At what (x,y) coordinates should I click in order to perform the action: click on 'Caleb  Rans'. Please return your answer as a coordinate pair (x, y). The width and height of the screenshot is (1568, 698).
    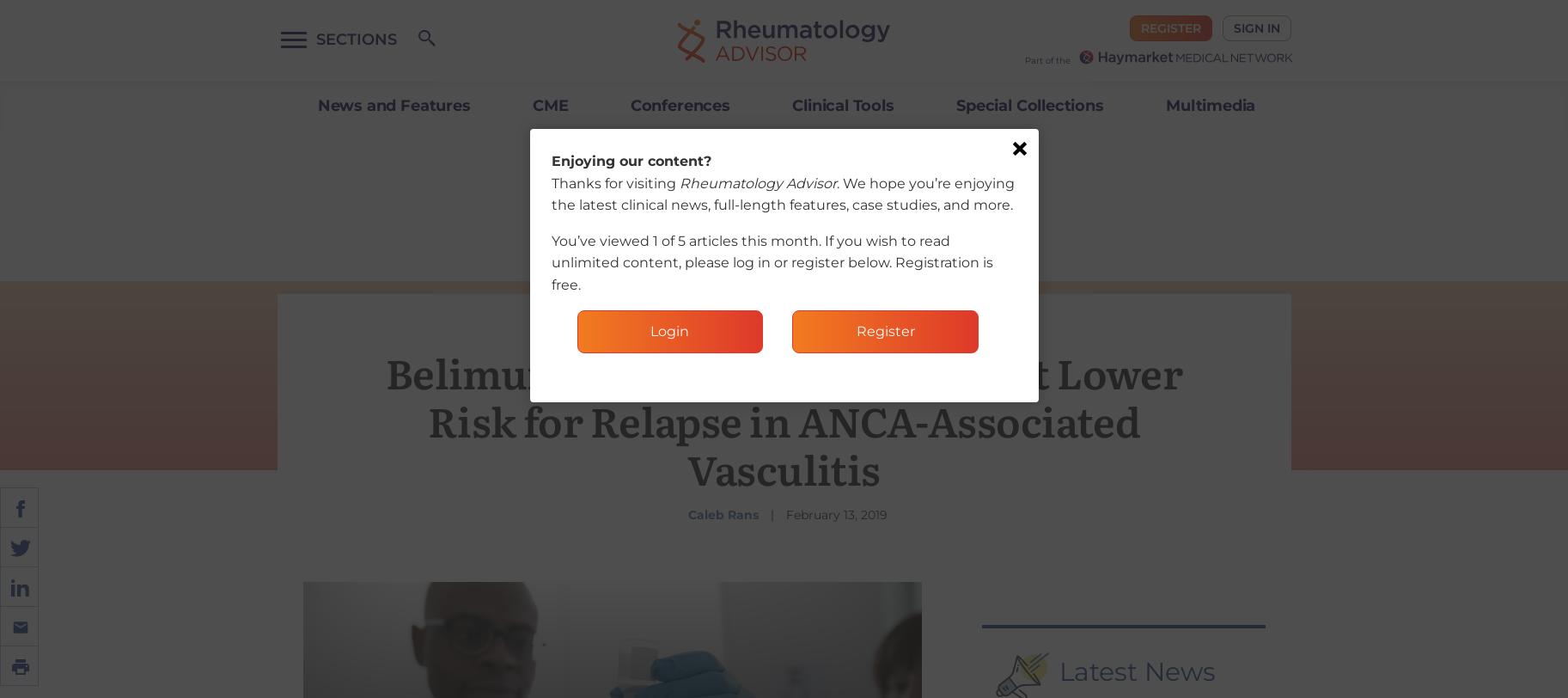
    Looking at the image, I should click on (723, 514).